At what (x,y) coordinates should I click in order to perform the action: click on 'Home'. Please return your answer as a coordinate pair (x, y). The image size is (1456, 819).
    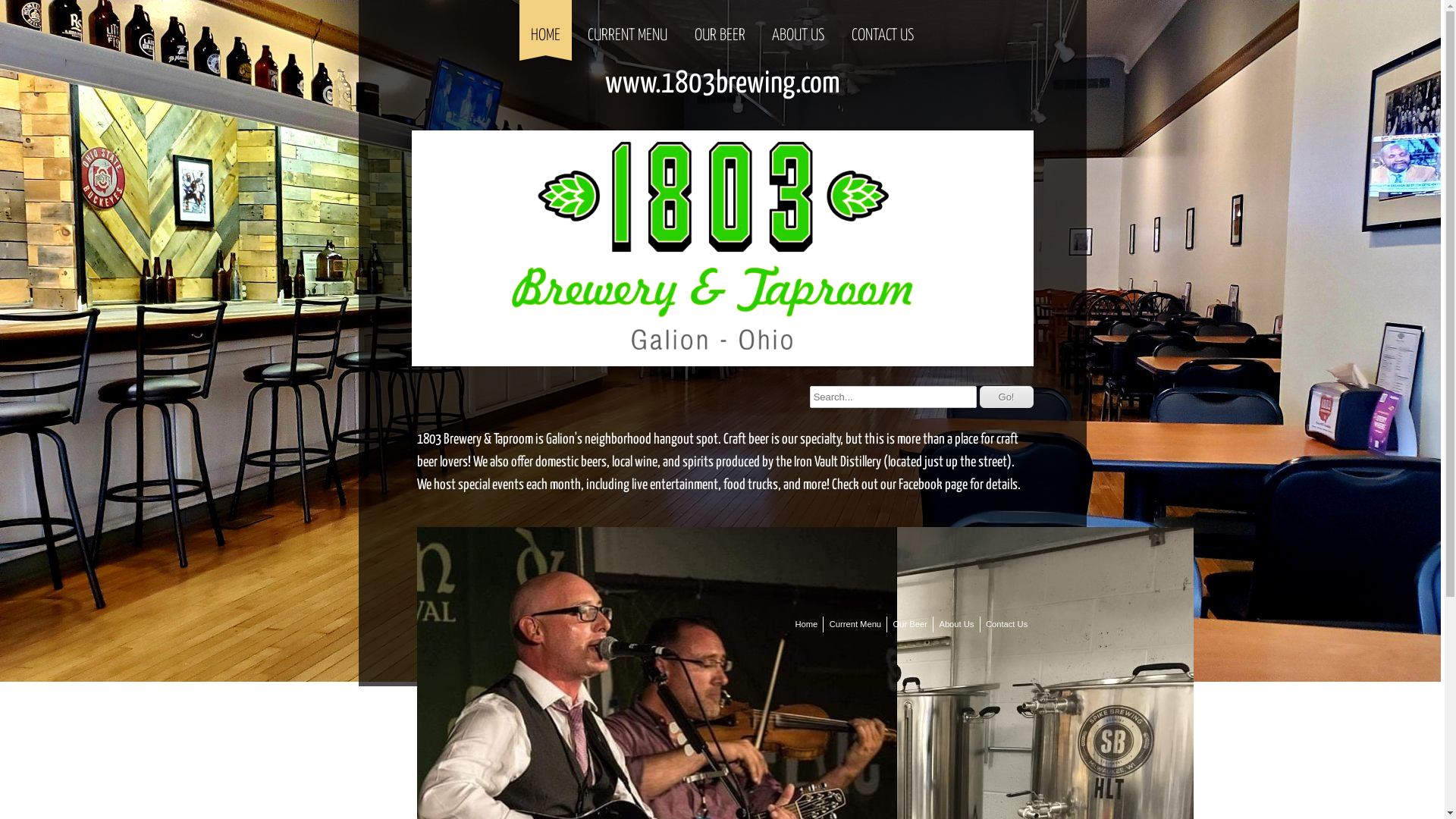
    Looking at the image, I should click on (805, 624).